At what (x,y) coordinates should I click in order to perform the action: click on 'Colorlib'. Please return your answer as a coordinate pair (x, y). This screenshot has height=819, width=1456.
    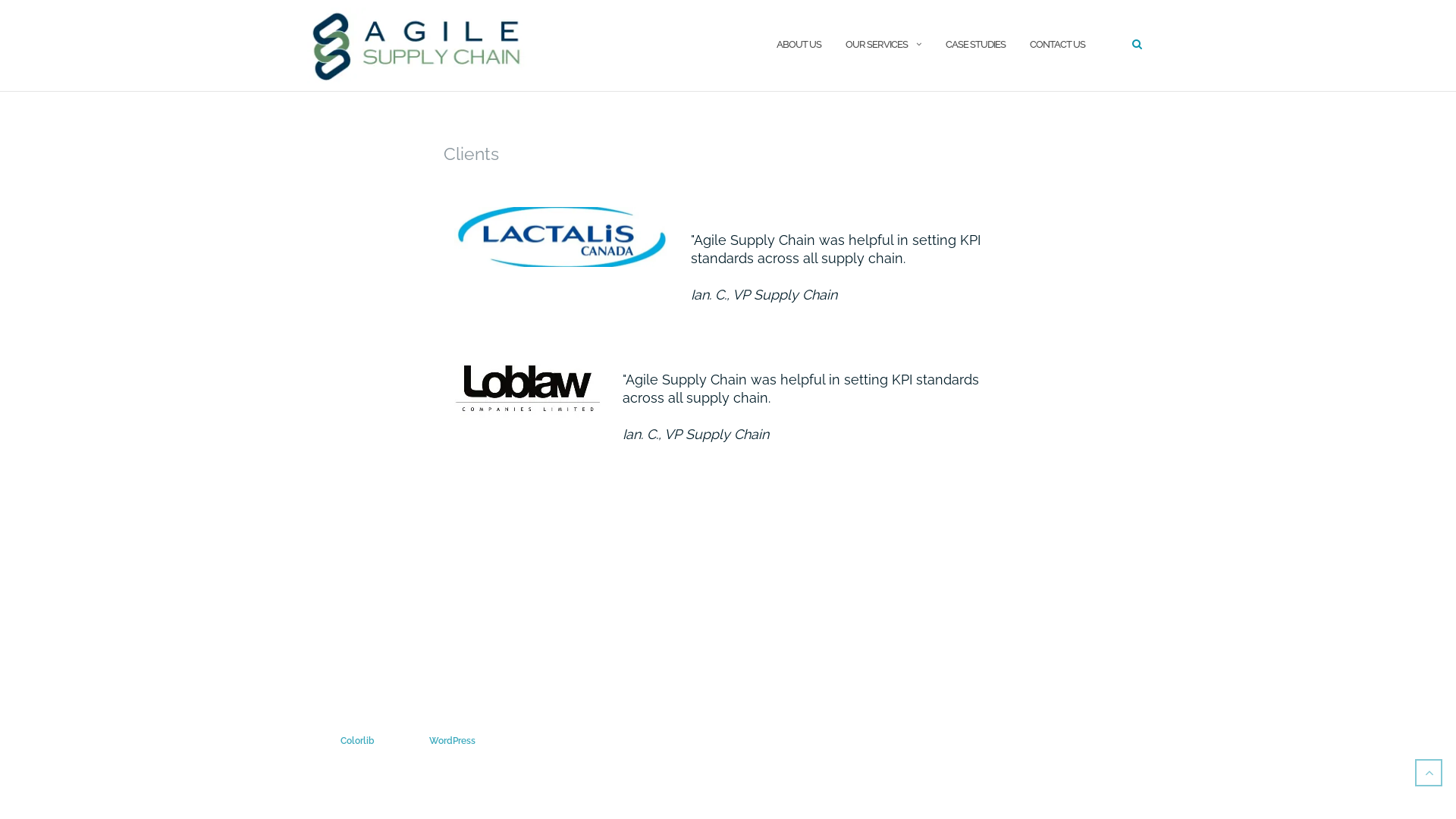
    Looking at the image, I should click on (356, 739).